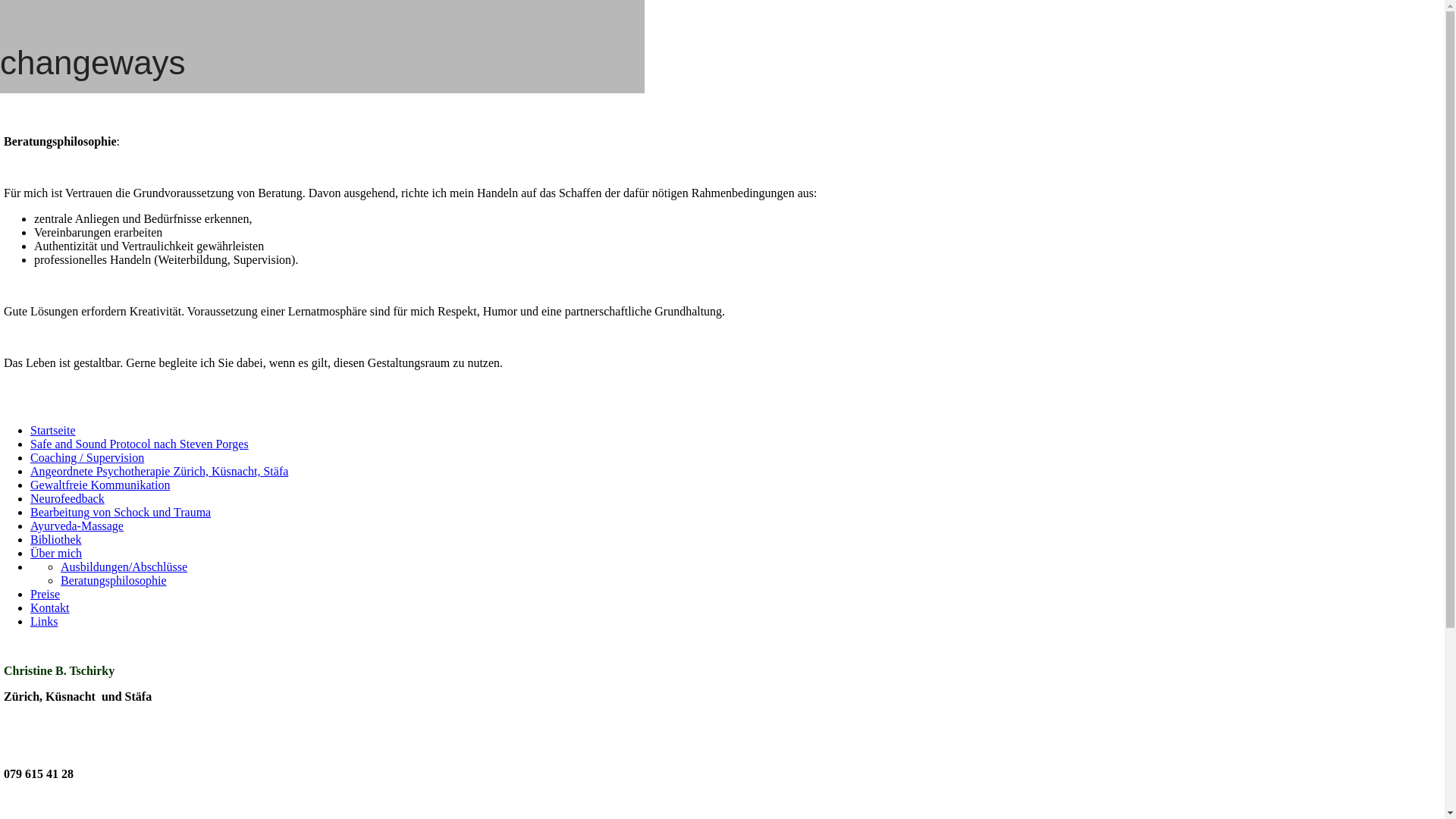  What do you see at coordinates (55, 538) in the screenshot?
I see `'Bibliothek'` at bounding box center [55, 538].